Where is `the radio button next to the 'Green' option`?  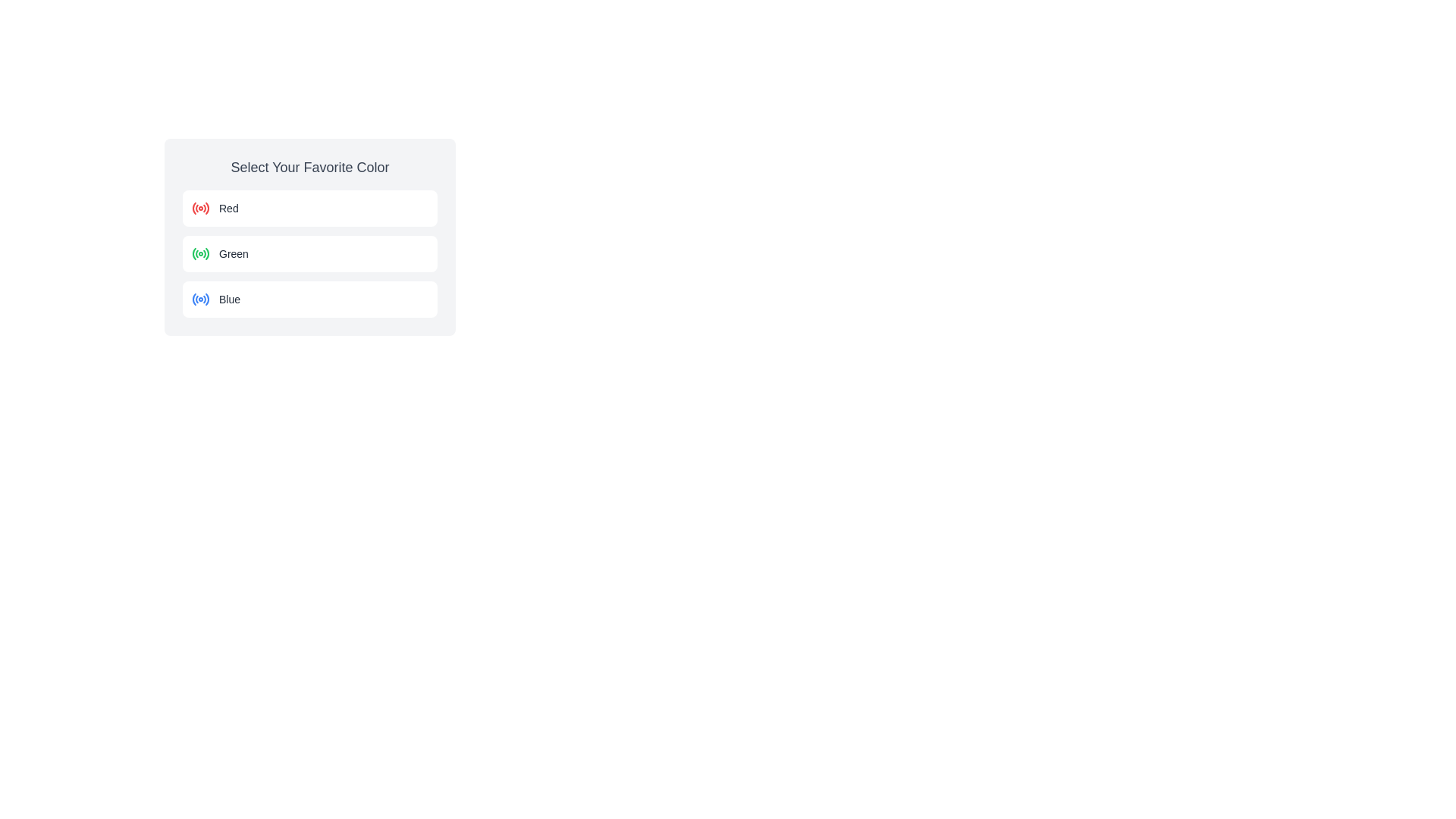
the radio button next to the 'Green' option is located at coordinates (309, 253).